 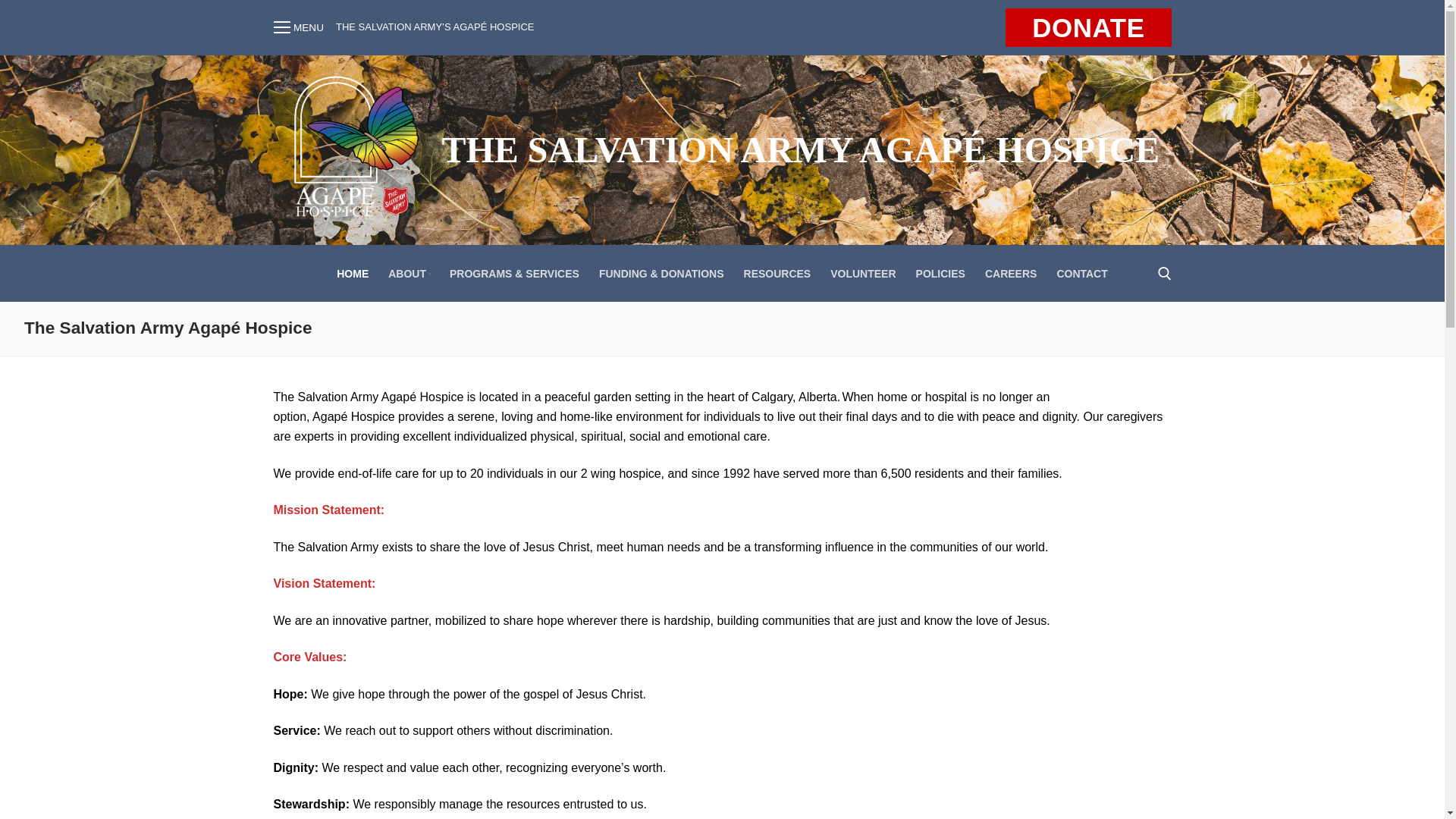 I want to click on 'PROGRAMS & SERVICES', so click(x=514, y=274).